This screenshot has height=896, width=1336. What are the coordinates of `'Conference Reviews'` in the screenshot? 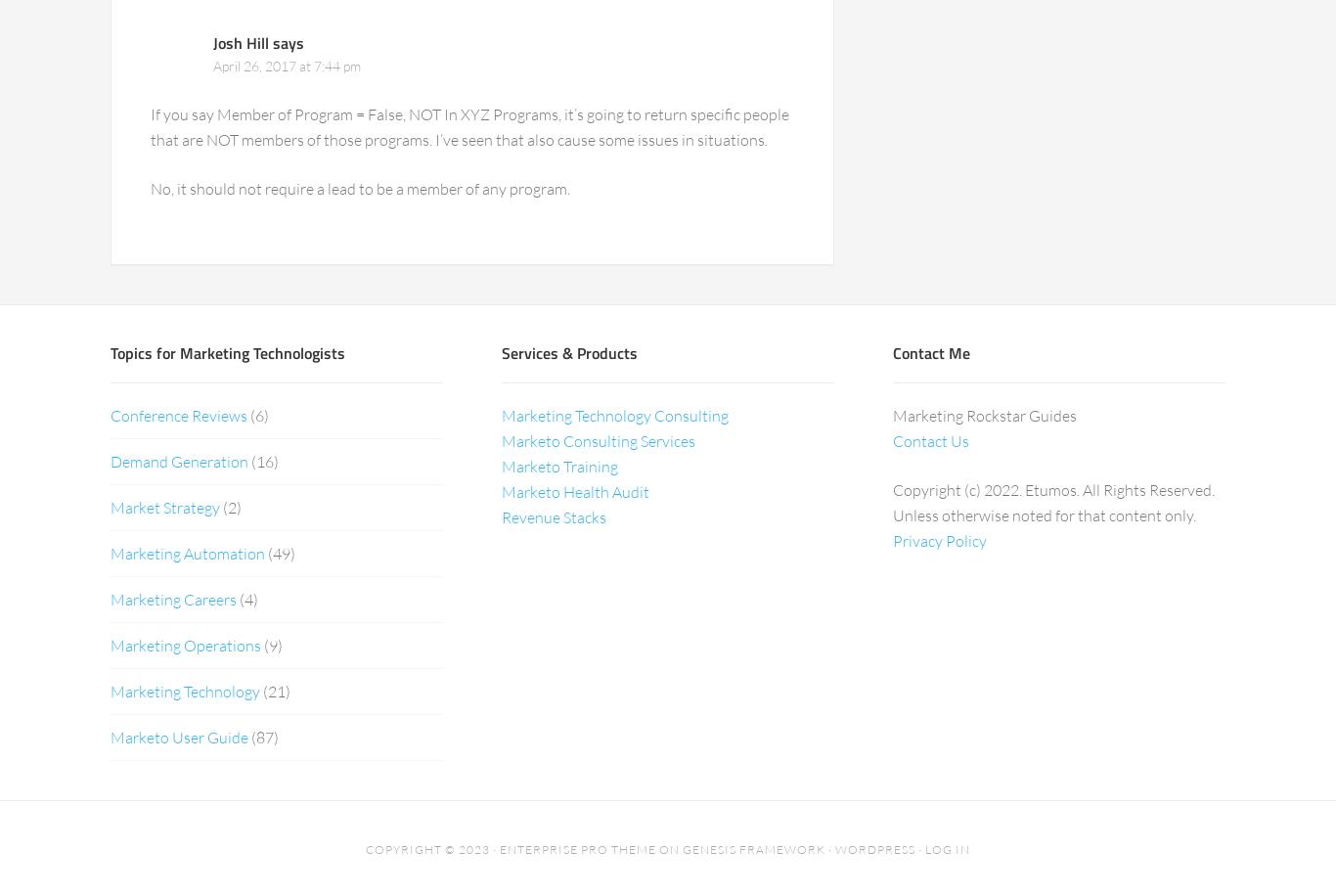 It's located at (110, 414).